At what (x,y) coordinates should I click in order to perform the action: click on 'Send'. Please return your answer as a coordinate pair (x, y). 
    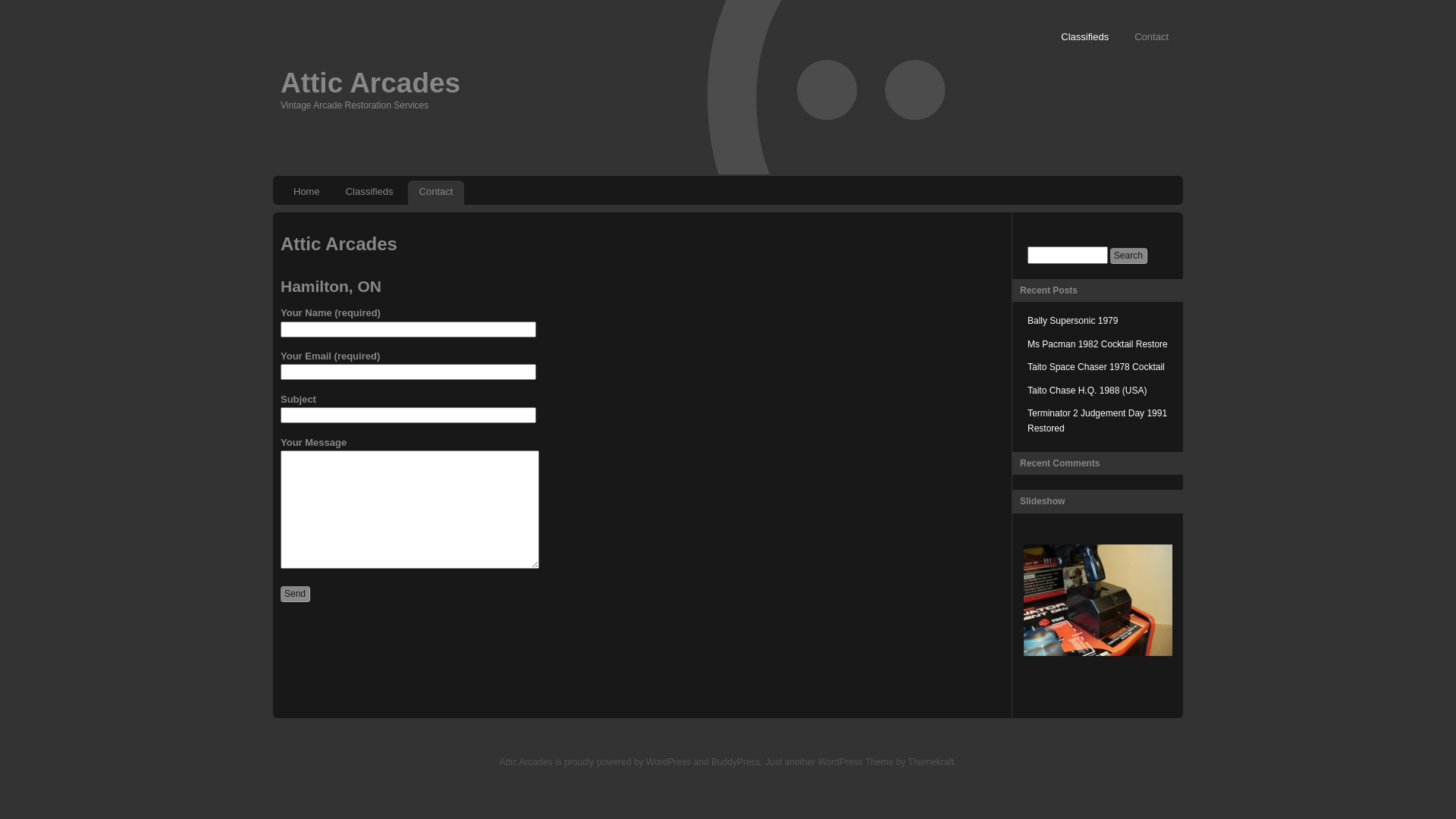
    Looking at the image, I should click on (295, 593).